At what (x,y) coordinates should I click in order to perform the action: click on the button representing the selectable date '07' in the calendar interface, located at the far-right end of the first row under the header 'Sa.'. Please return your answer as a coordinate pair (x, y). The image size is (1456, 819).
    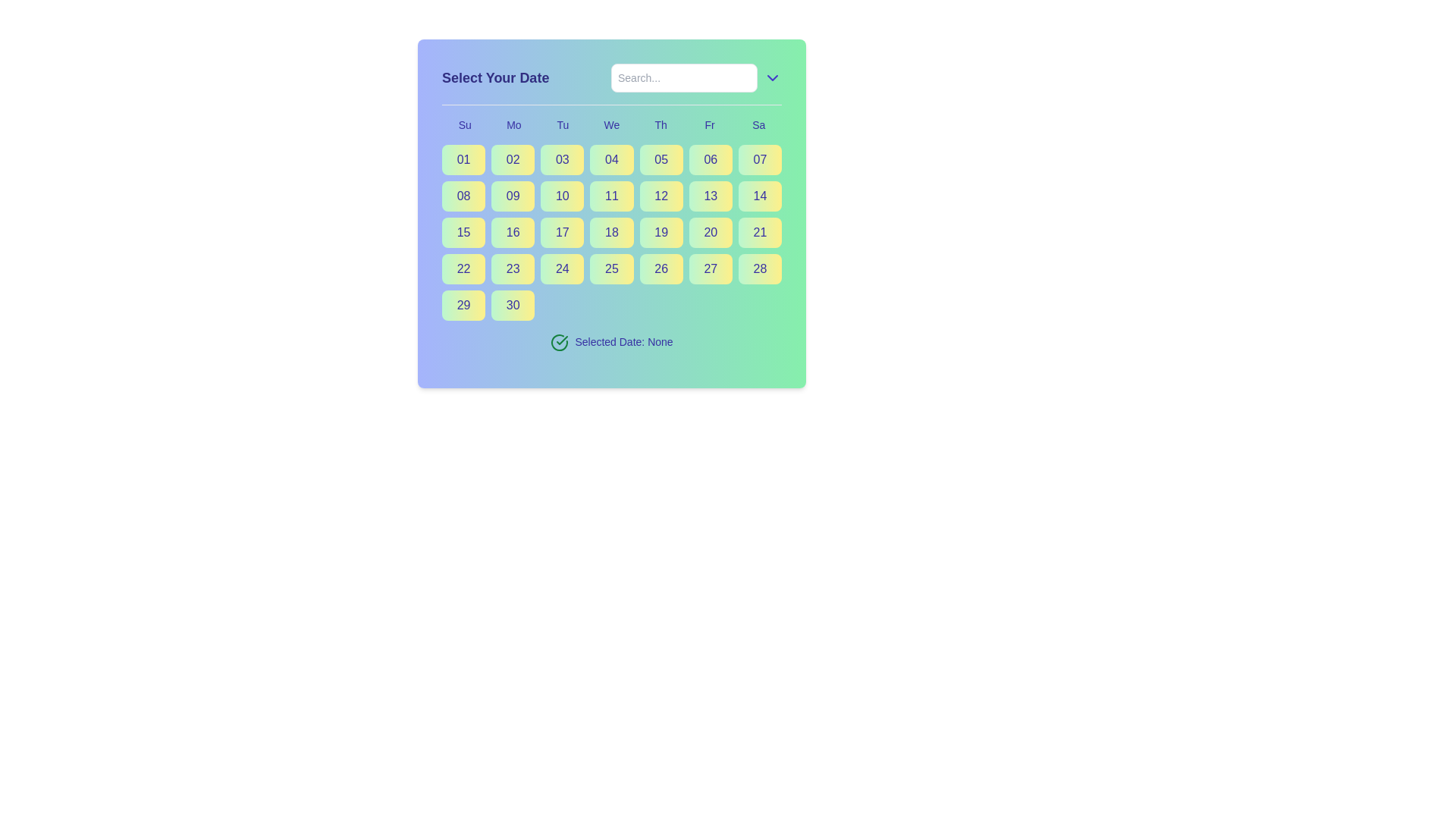
    Looking at the image, I should click on (760, 160).